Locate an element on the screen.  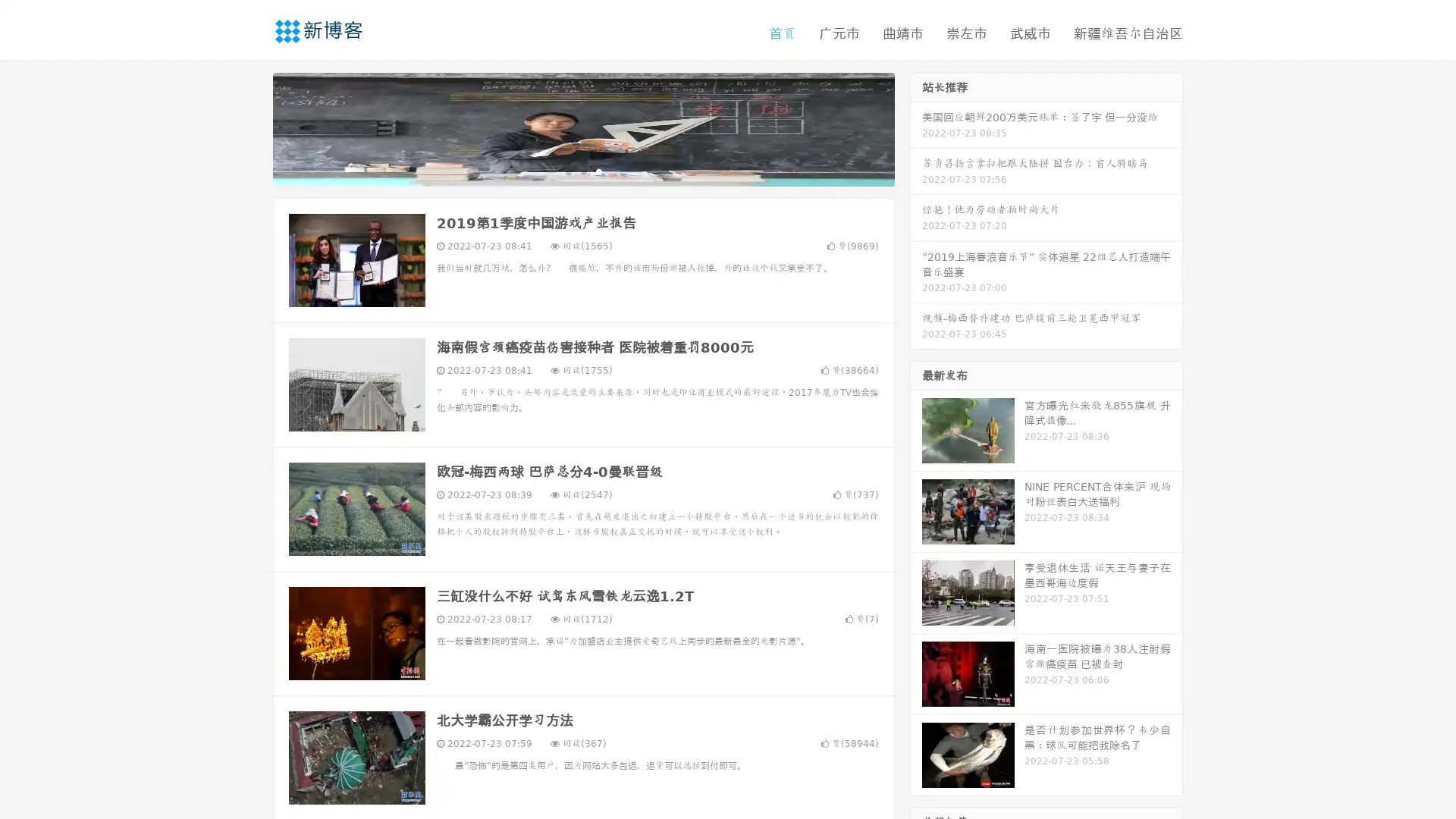
Go to slide 3 is located at coordinates (598, 171).